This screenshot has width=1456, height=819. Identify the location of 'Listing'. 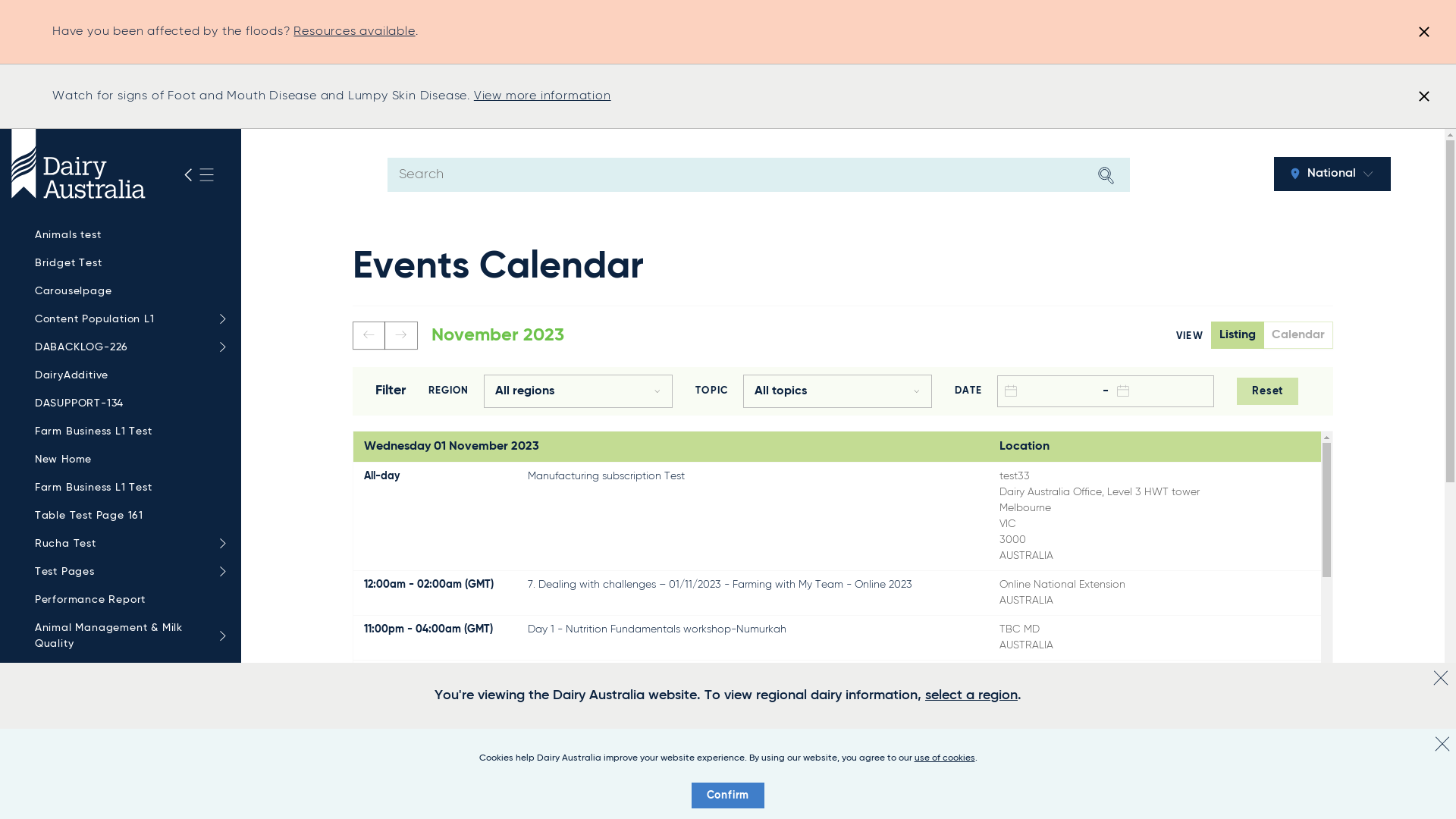
(1238, 334).